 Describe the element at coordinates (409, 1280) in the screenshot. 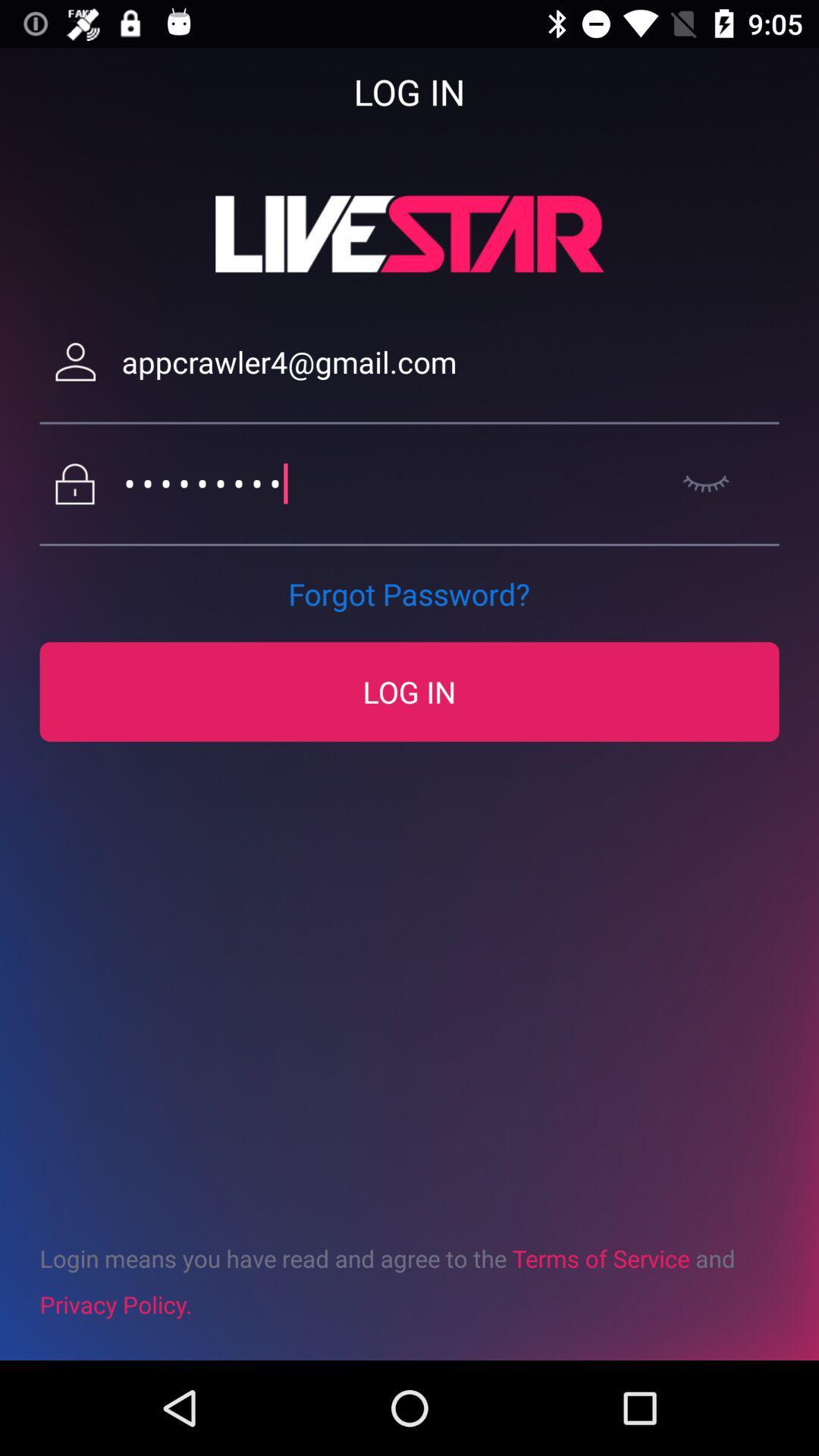

I see `login means you icon` at that location.